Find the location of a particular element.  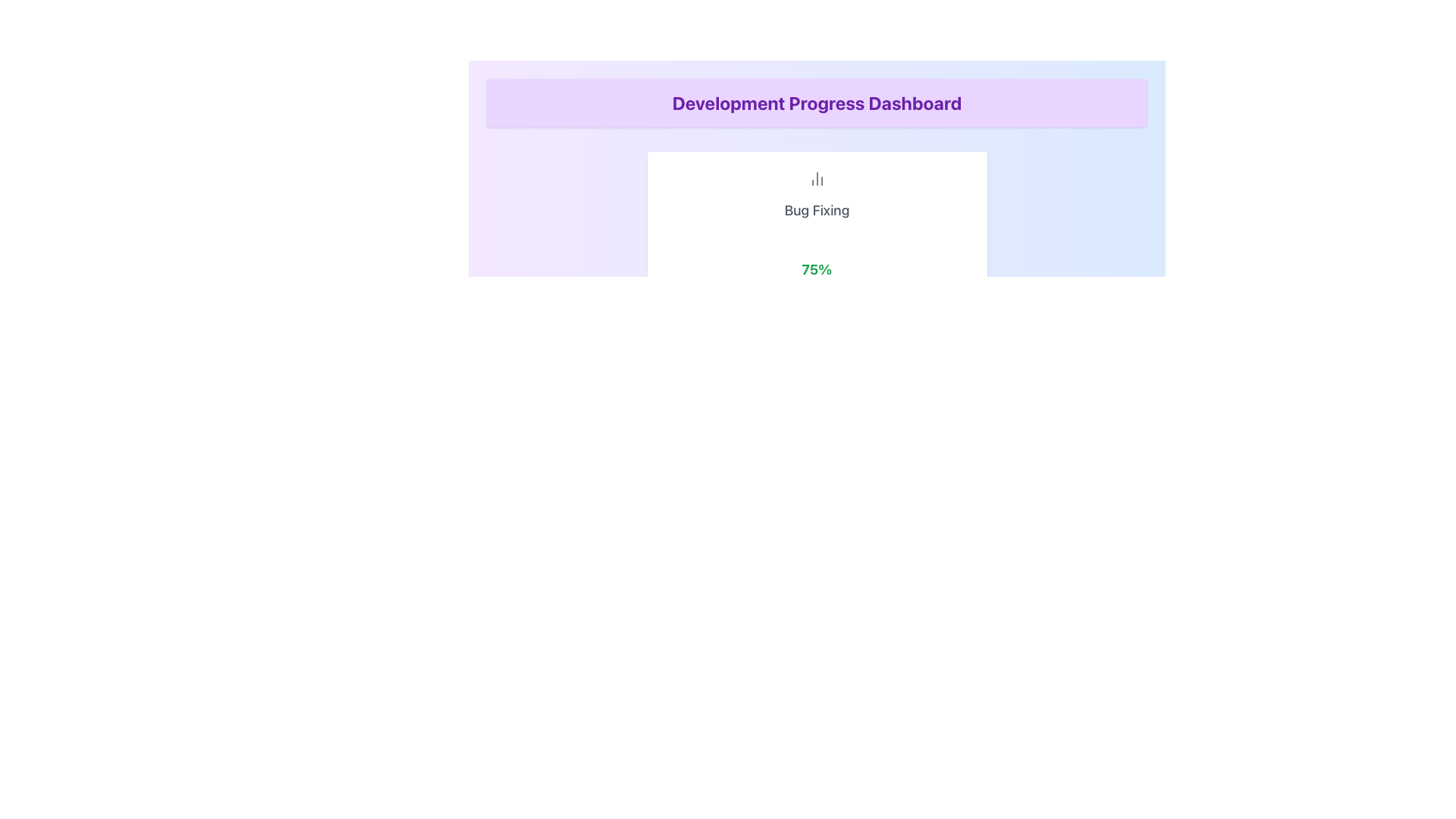

the small chart icon located at the top of the 'Bug Fixing' card, which is centered on the card above the text 'Bug Fixing' and '75%' is located at coordinates (816, 177).